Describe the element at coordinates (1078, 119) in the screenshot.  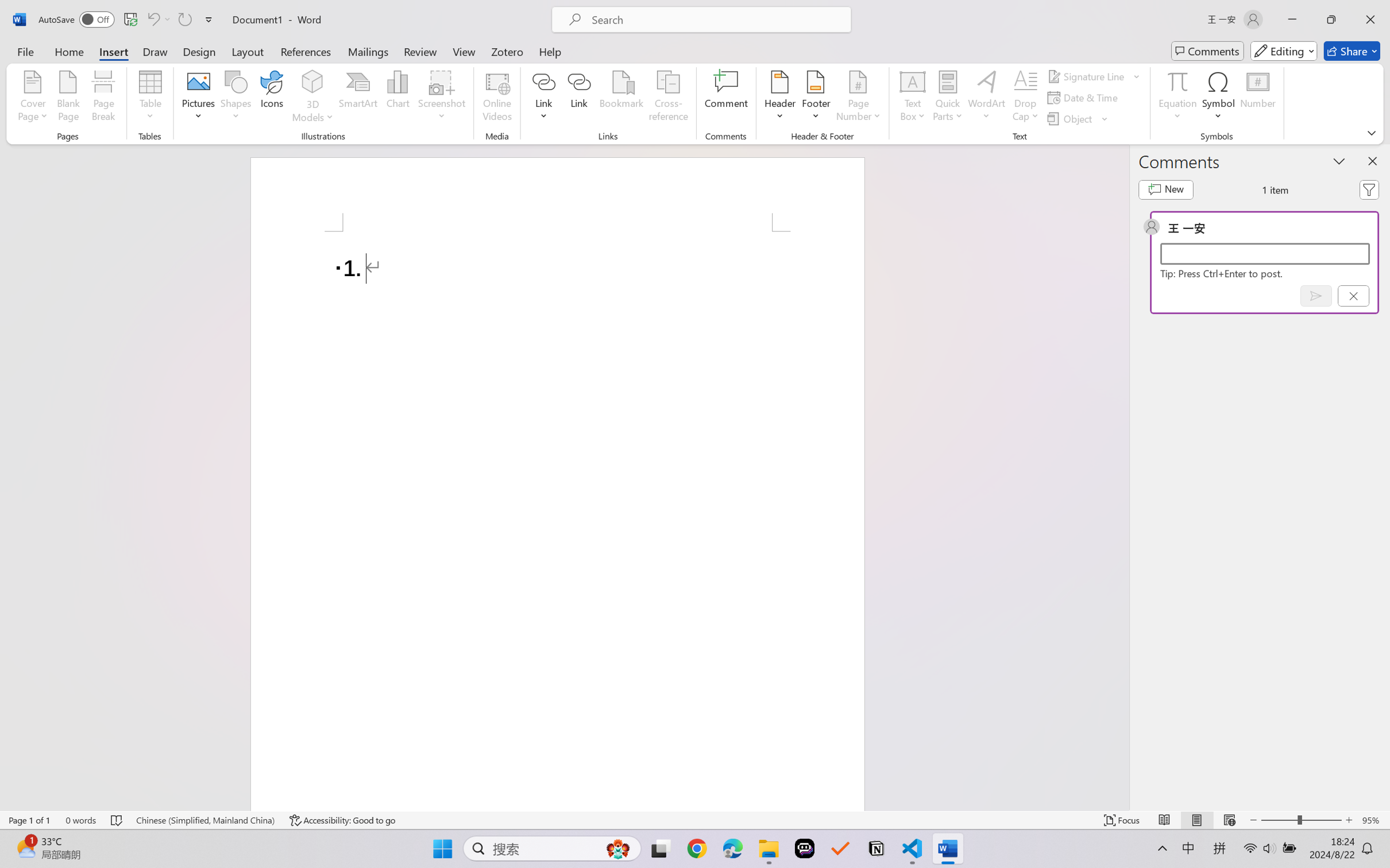
I see `'Object...'` at that location.